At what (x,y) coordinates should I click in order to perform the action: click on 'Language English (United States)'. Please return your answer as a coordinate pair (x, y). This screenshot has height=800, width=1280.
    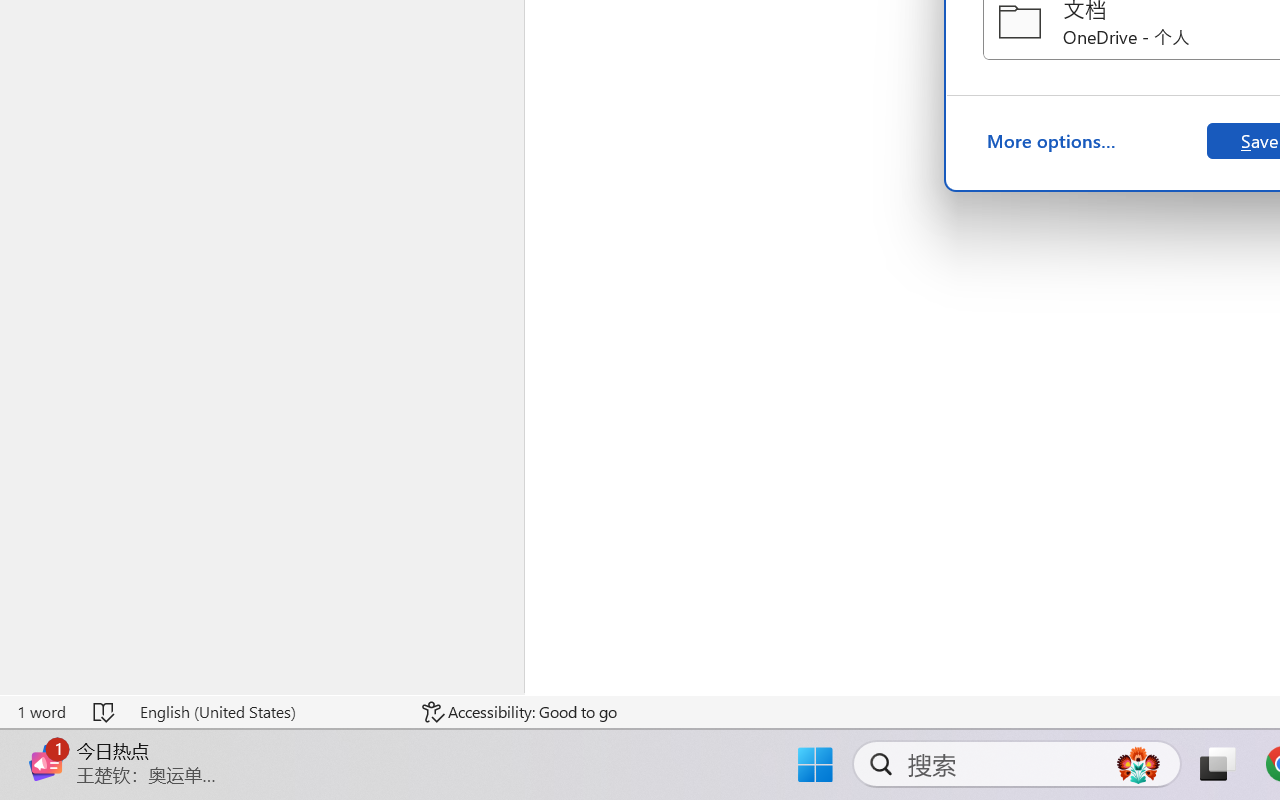
    Looking at the image, I should click on (266, 711).